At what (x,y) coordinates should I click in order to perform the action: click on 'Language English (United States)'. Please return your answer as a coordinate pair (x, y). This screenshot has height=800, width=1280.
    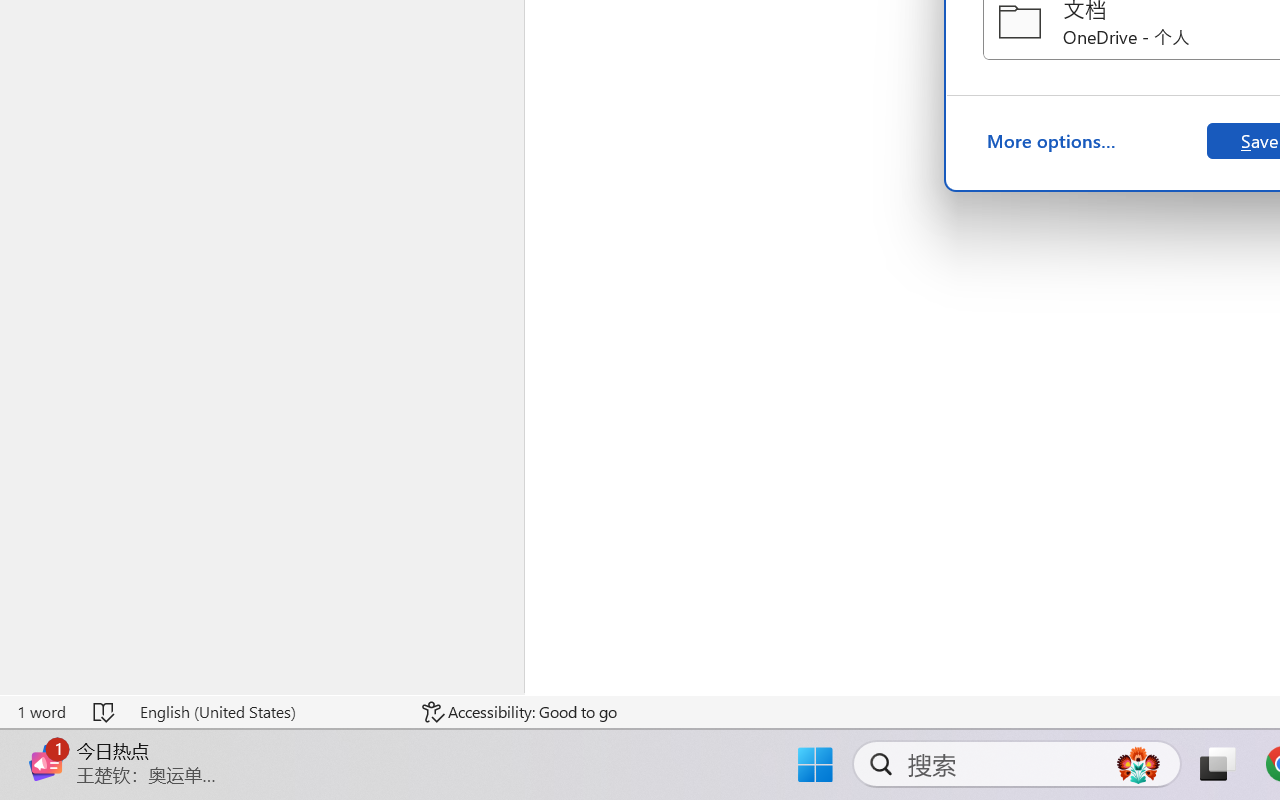
    Looking at the image, I should click on (266, 711).